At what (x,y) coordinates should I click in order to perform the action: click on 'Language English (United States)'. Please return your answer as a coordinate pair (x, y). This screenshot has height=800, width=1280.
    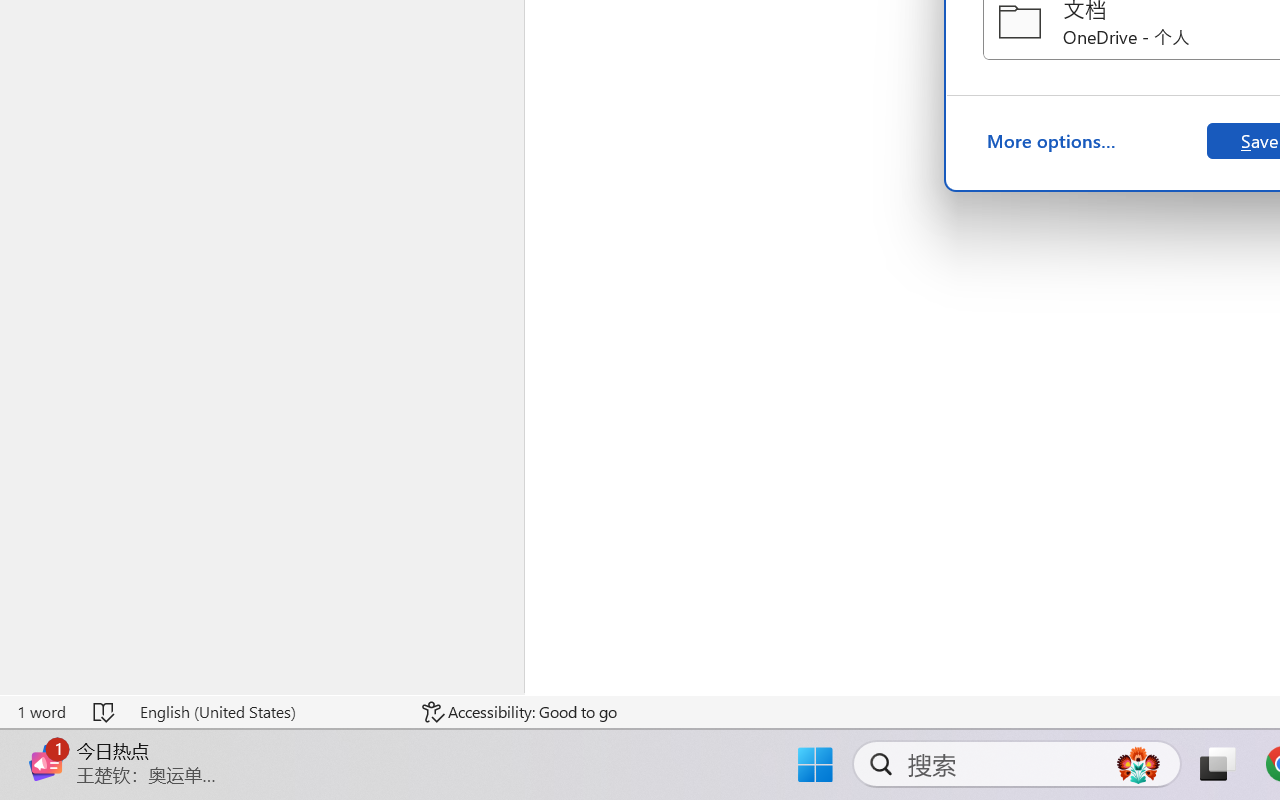
    Looking at the image, I should click on (266, 711).